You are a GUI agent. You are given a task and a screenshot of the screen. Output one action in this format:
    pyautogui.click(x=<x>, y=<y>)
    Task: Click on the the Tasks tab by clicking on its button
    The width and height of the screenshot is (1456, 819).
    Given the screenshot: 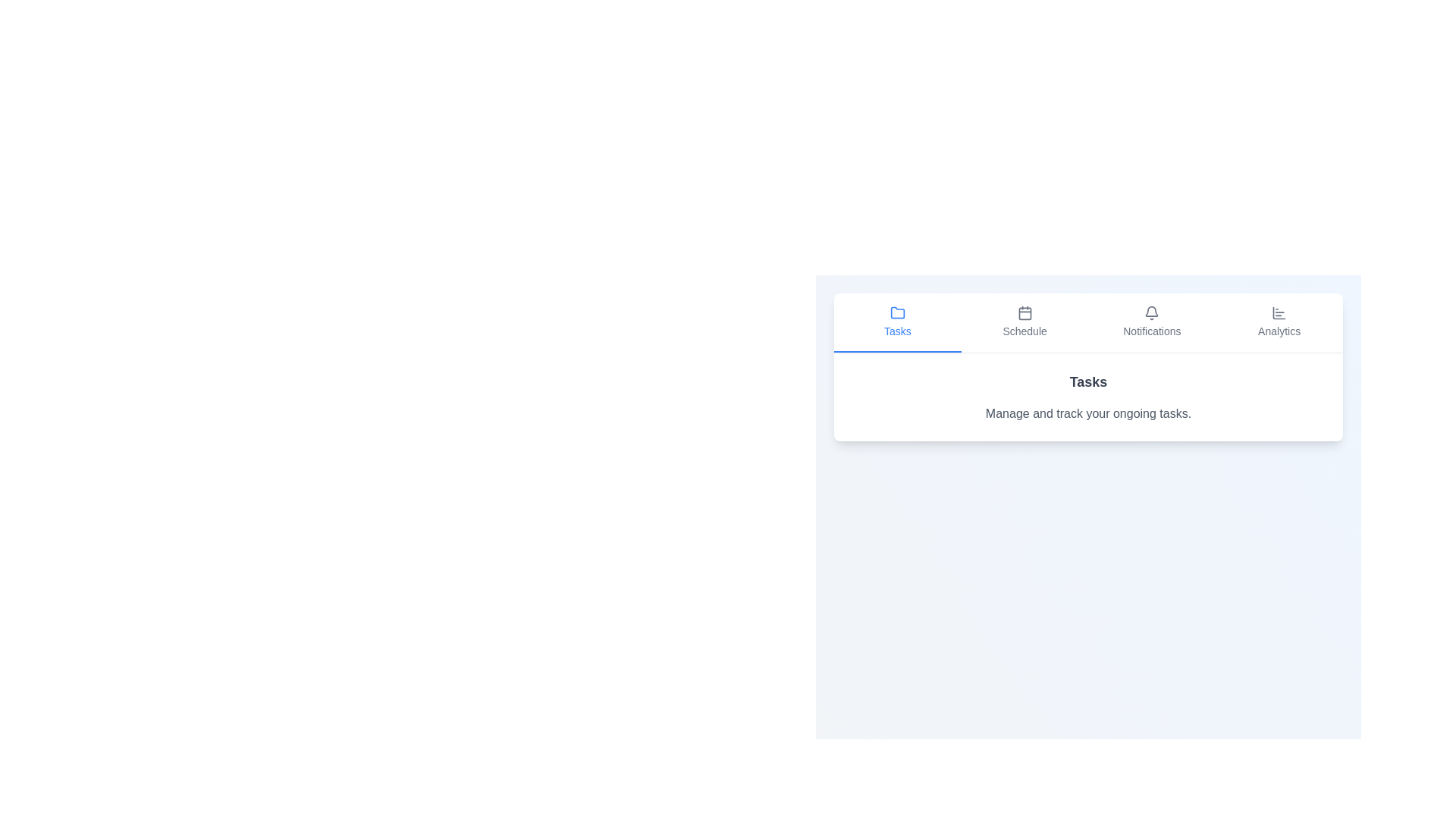 What is the action you would take?
    pyautogui.click(x=897, y=322)
    